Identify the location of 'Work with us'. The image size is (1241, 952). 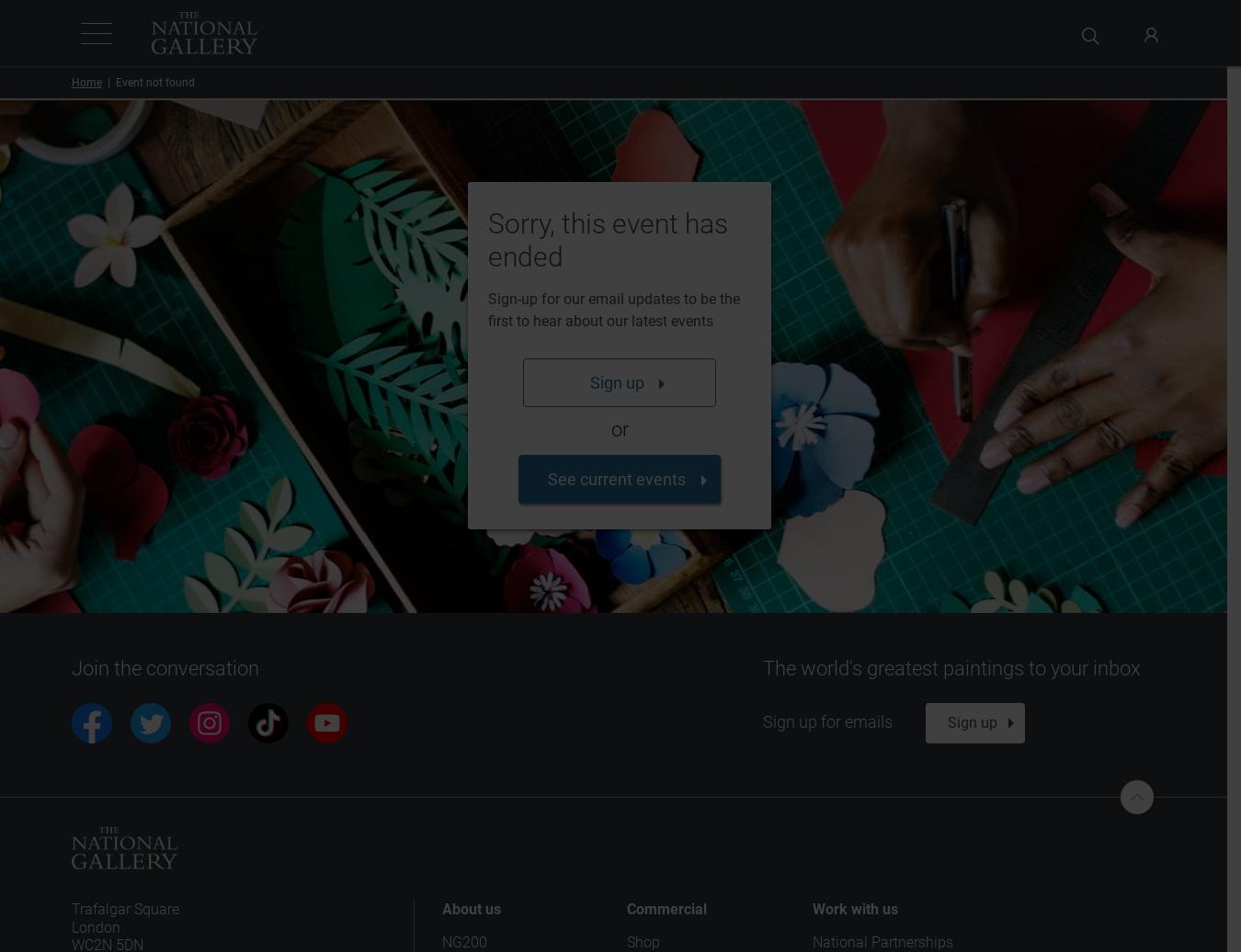
(854, 909).